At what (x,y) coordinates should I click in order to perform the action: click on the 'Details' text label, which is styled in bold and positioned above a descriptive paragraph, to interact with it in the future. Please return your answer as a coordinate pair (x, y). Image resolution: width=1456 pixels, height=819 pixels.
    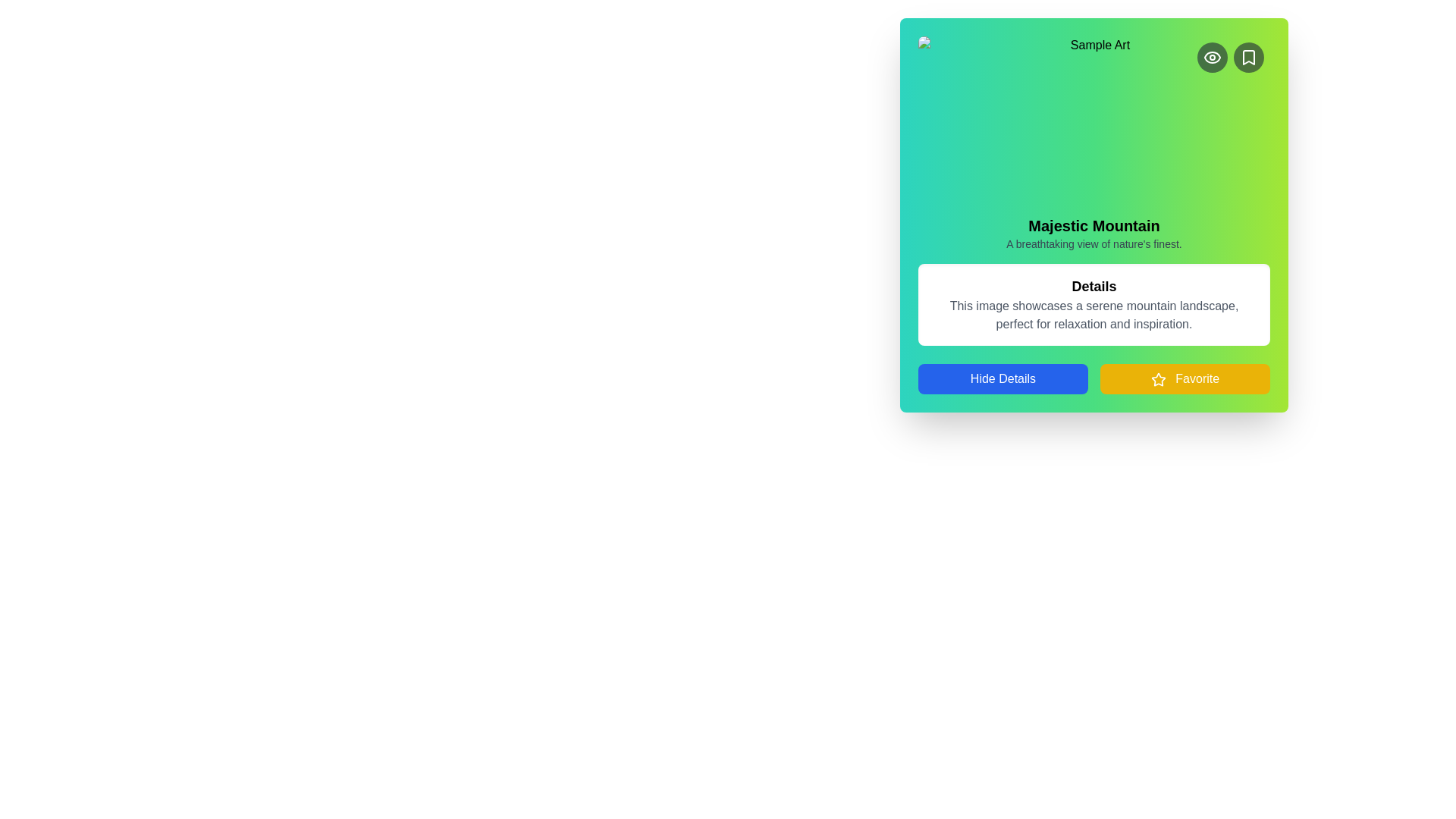
    Looking at the image, I should click on (1094, 287).